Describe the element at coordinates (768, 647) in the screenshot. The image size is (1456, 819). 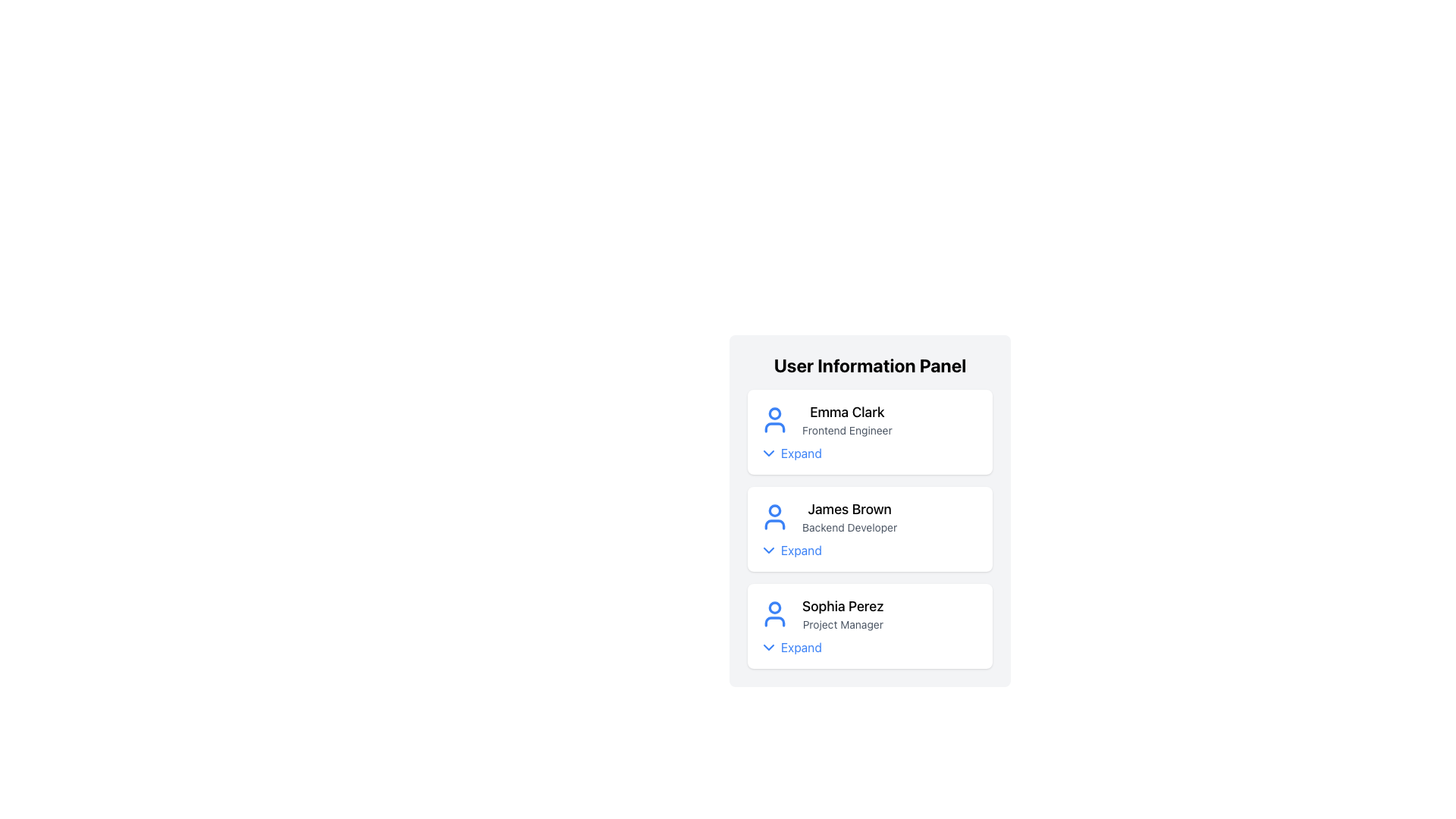
I see `the Downward Chevron Icon next to the 'Expand' text in the third user detail card for 'Sophia Perez, Project Manager'` at that location.